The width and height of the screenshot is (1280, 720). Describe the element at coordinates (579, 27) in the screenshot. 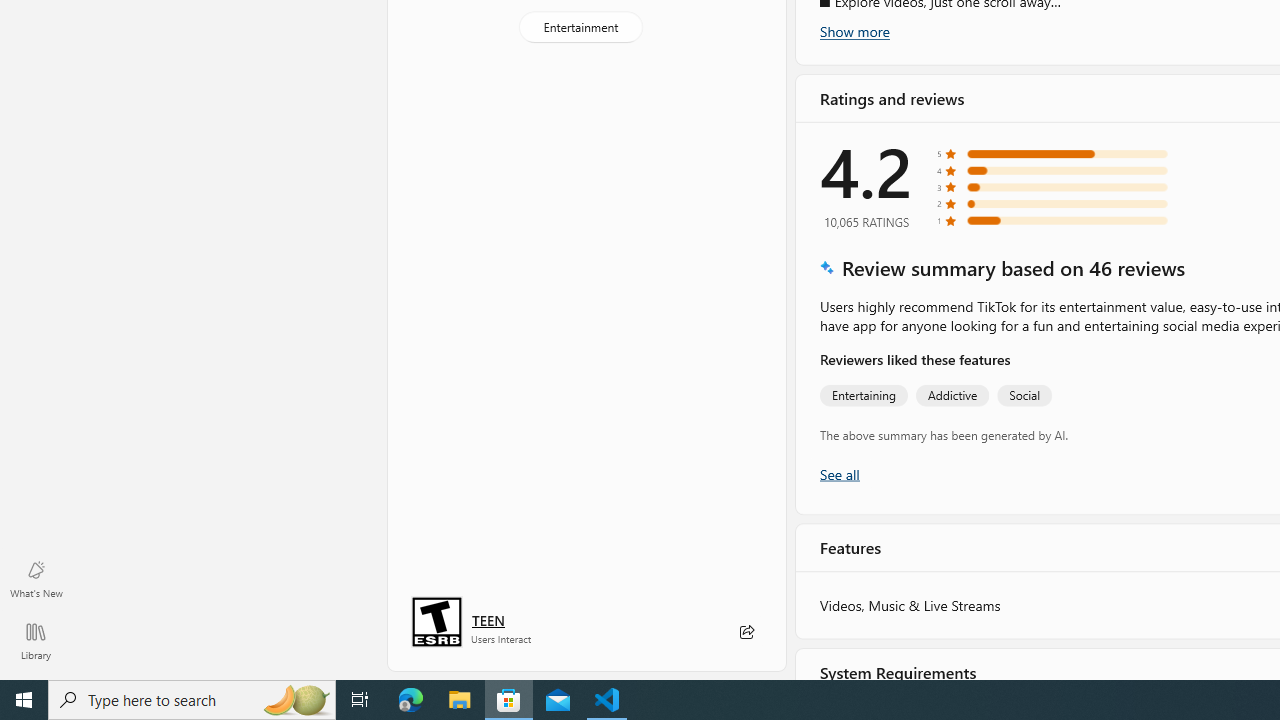

I see `'Entertainment'` at that location.